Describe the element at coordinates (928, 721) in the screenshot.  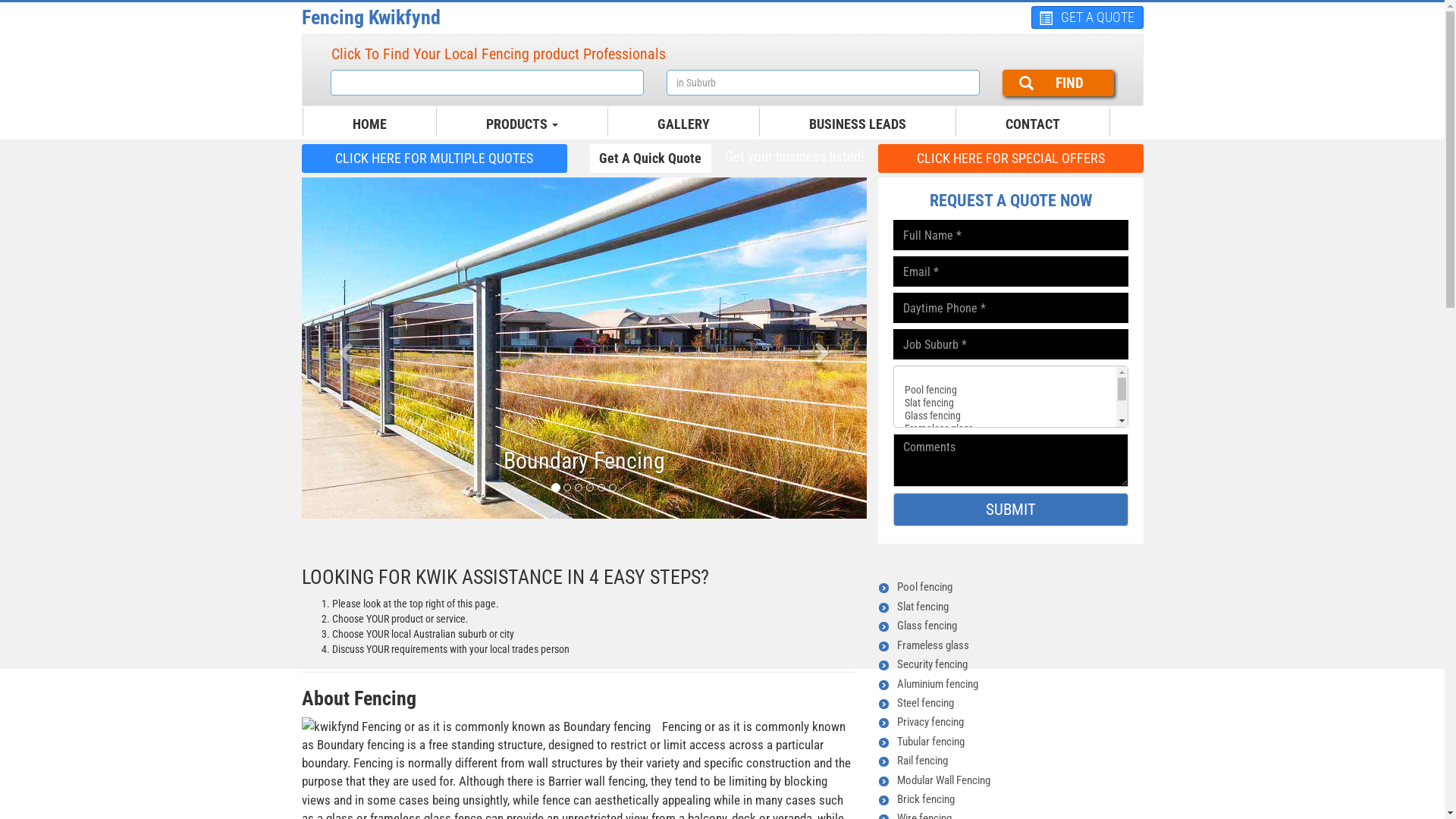
I see `'Privacy fencing'` at that location.